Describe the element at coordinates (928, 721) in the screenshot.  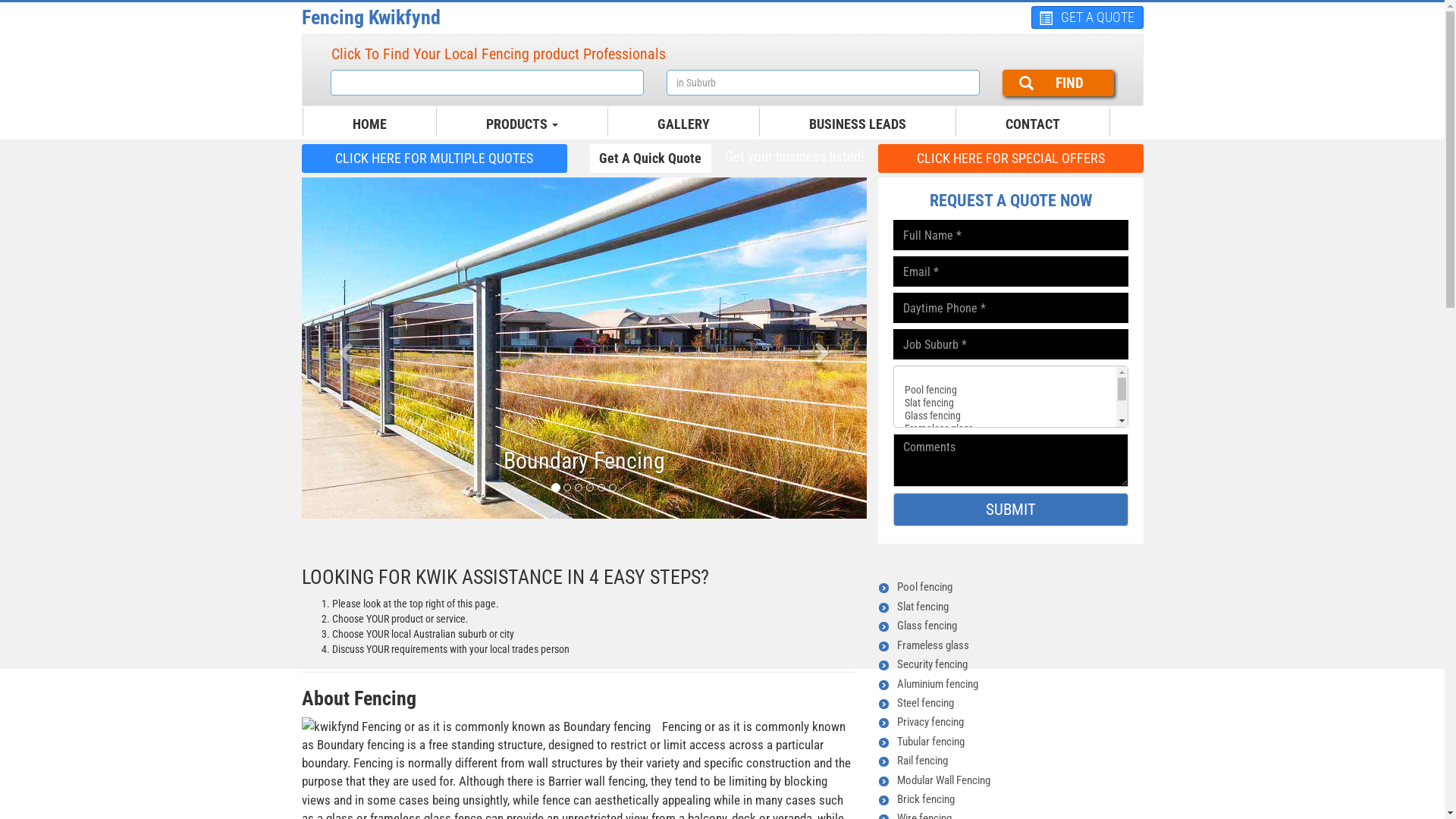
I see `'Privacy fencing'` at that location.